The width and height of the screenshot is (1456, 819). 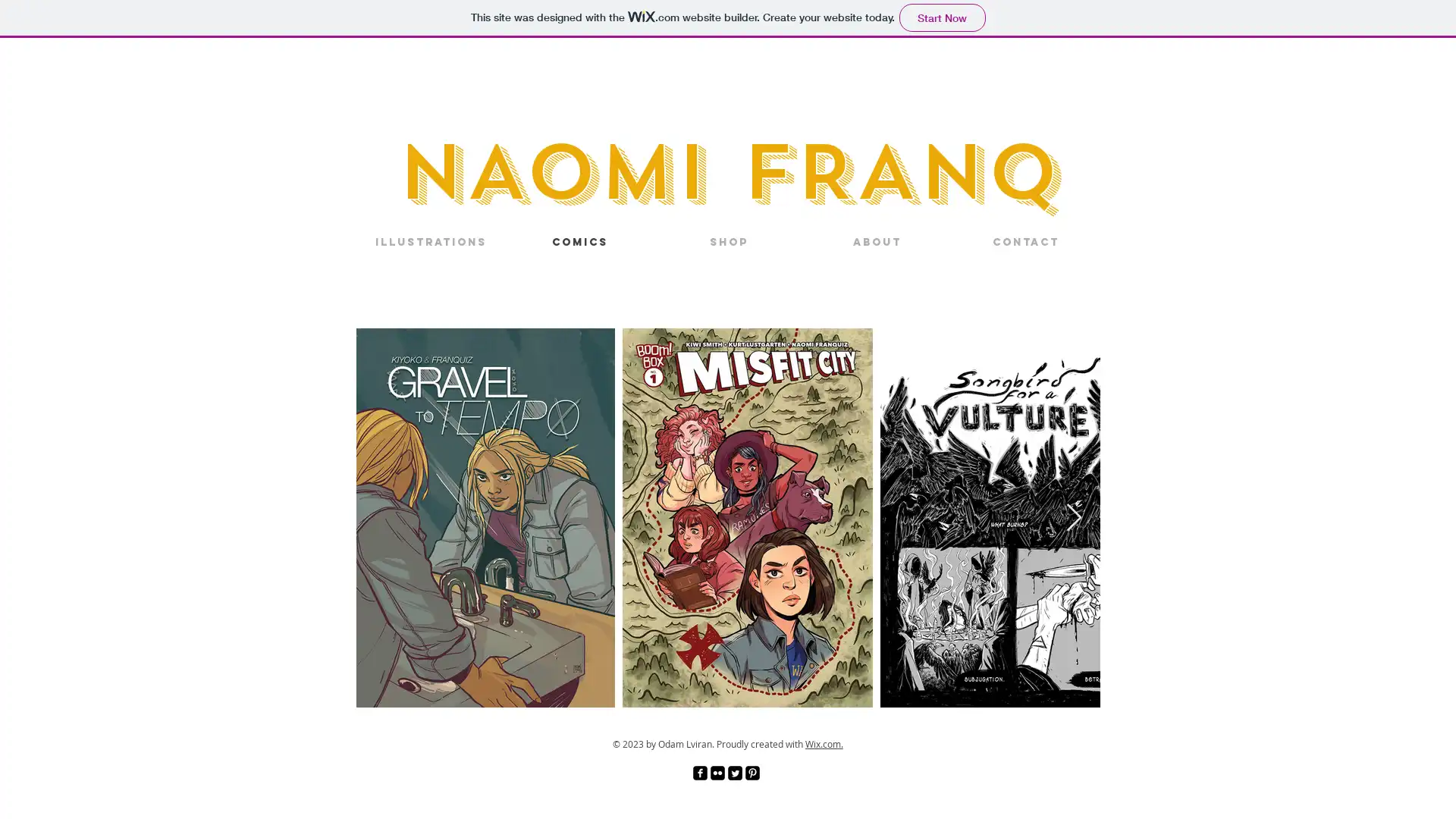 What do you see at coordinates (1073, 516) in the screenshot?
I see `Next Item` at bounding box center [1073, 516].